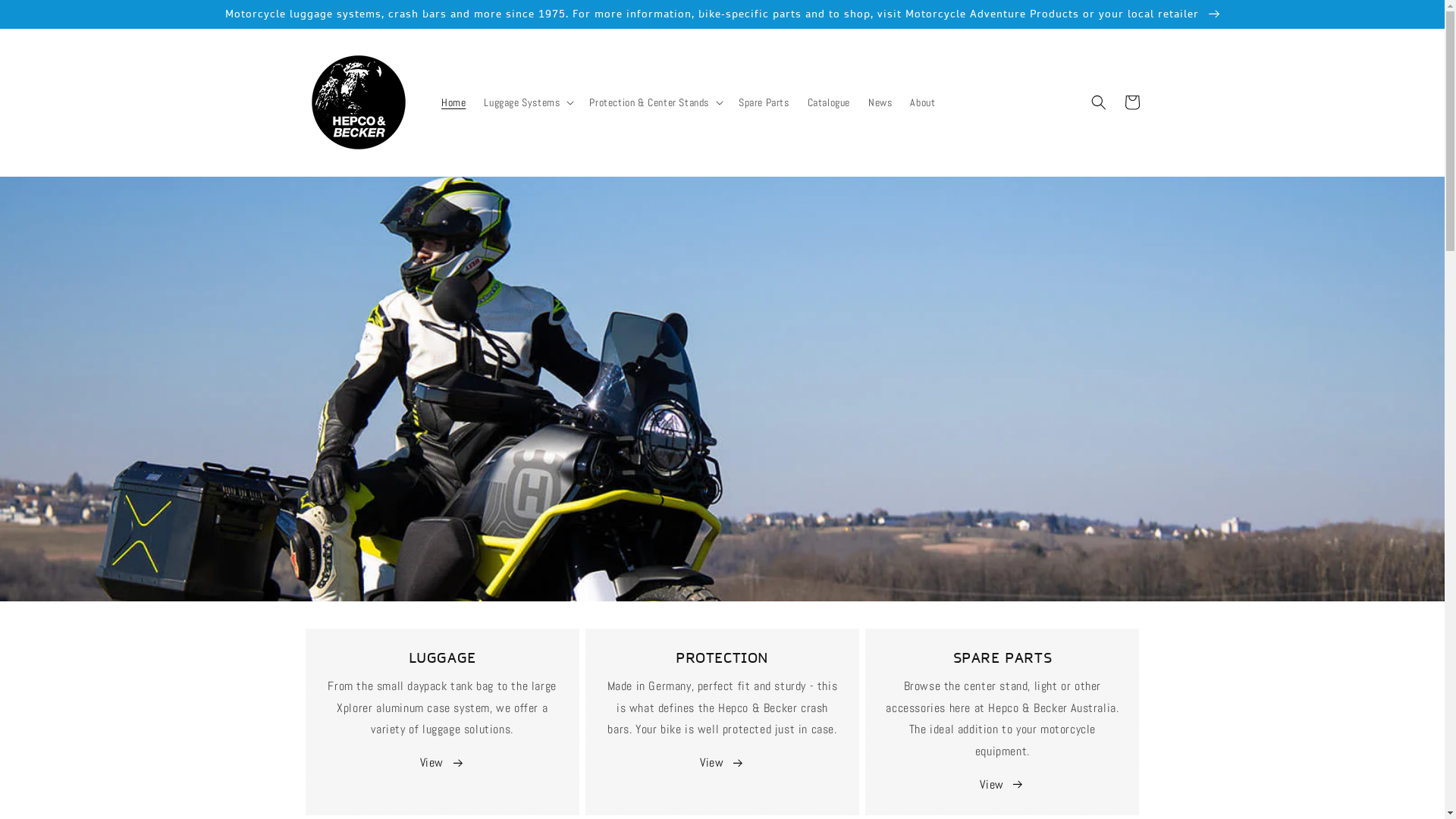  What do you see at coordinates (764, 102) in the screenshot?
I see `'Spare Parts'` at bounding box center [764, 102].